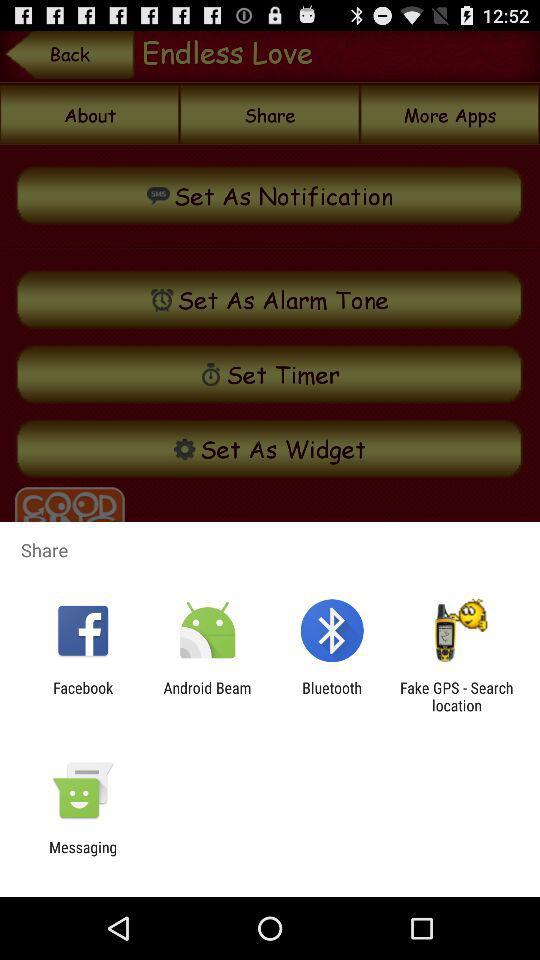  Describe the element at coordinates (82, 696) in the screenshot. I see `the item next to android beam icon` at that location.